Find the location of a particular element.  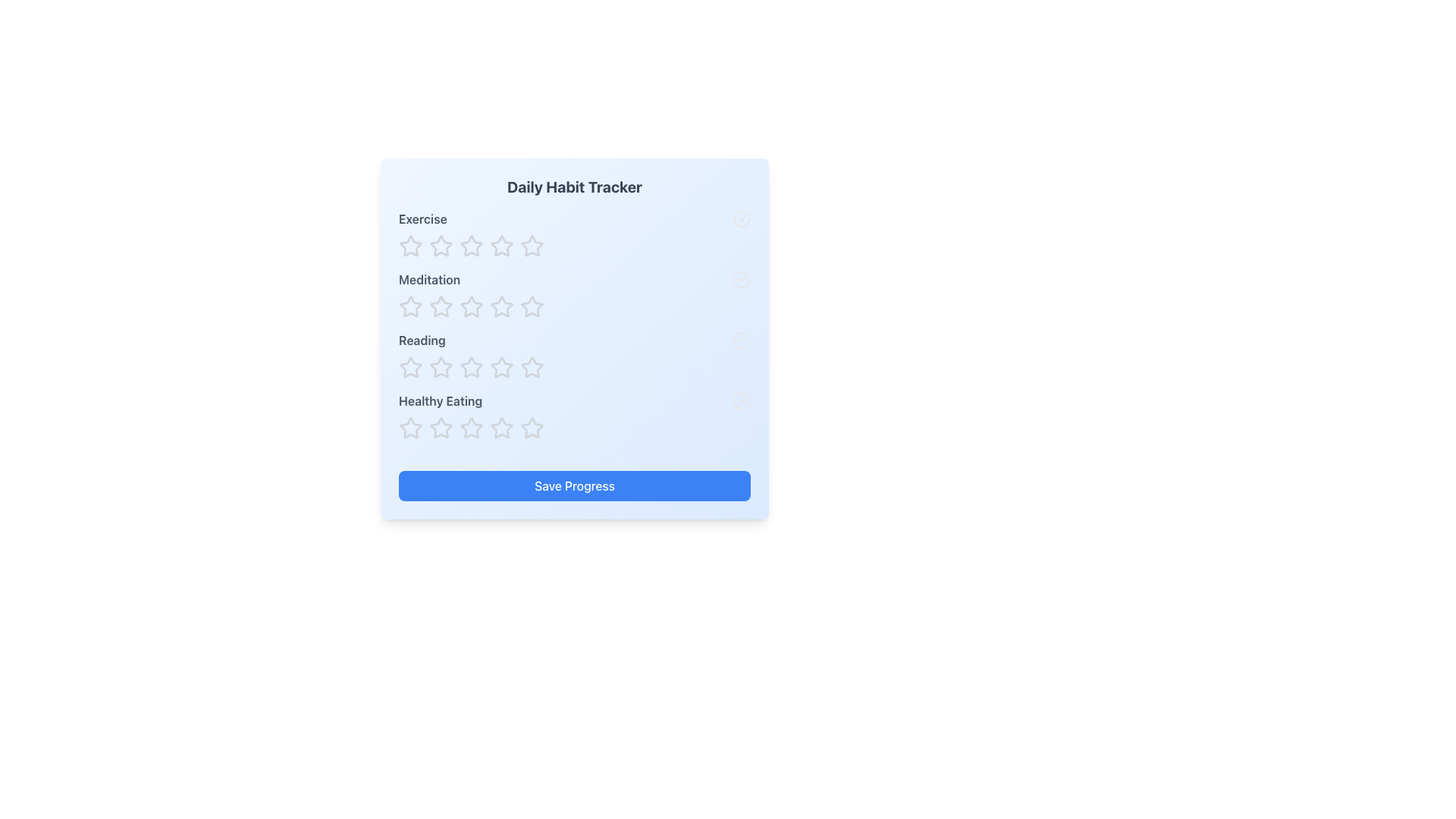

the second star in the star rating icon for the 'Reading' habit is located at coordinates (501, 366).